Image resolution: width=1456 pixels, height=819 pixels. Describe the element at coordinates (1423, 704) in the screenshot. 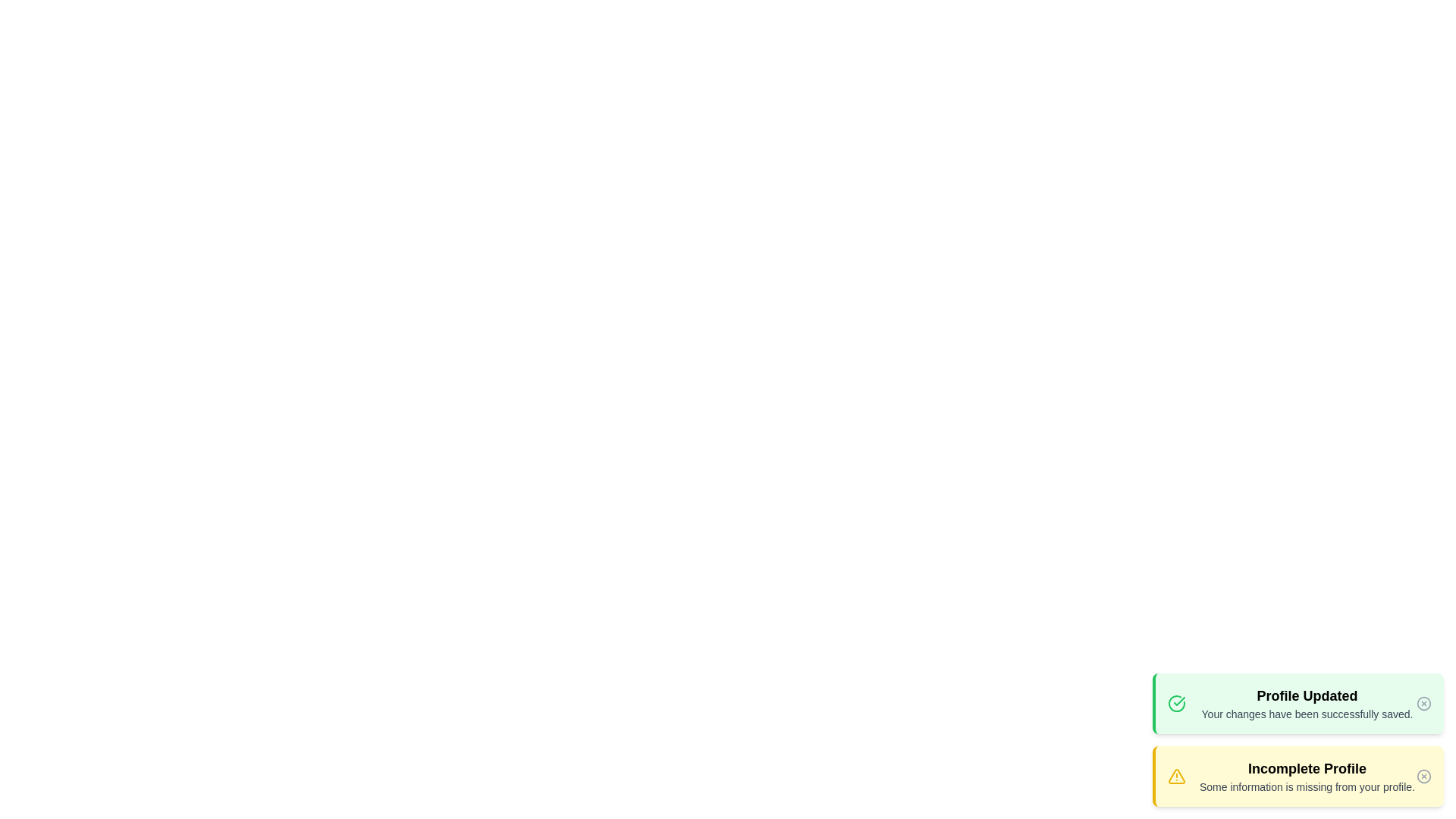

I see `the close button of the notification to dismiss it` at that location.